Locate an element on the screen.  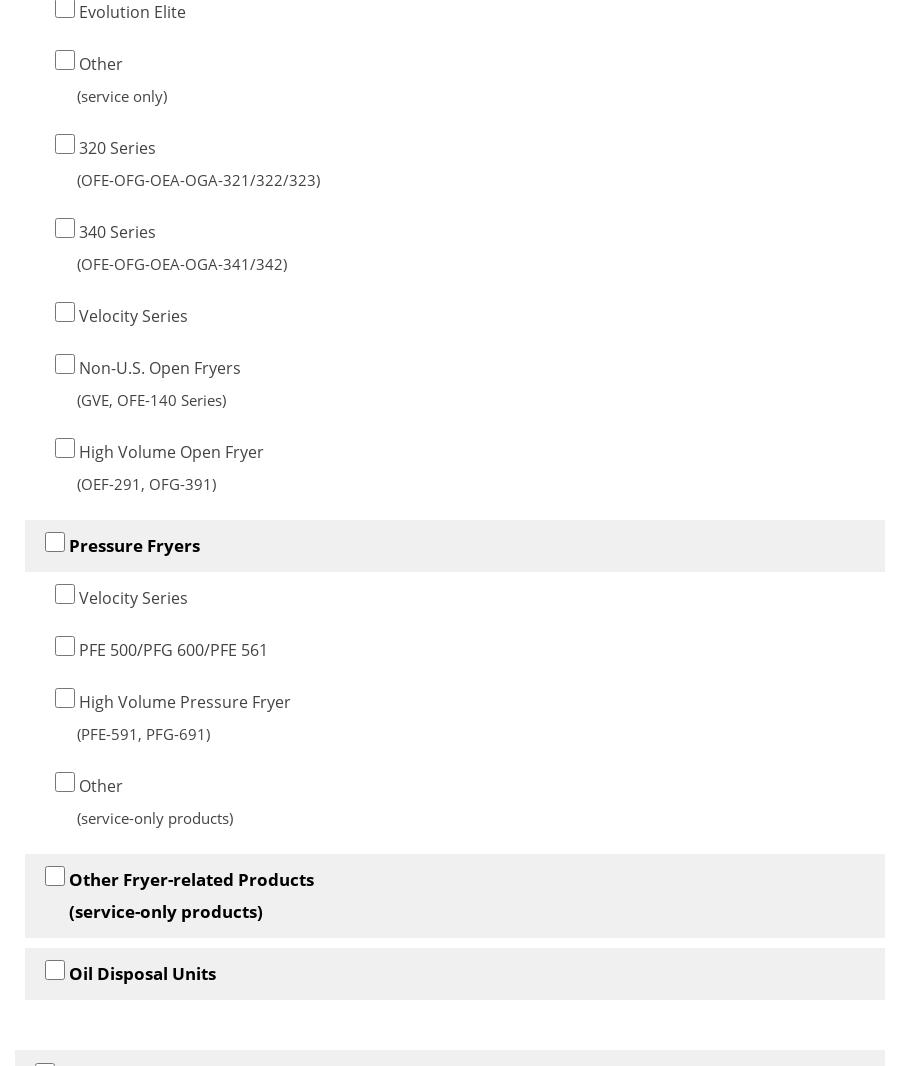
'PFE 500/PFG 600/PFE 561' is located at coordinates (171, 647).